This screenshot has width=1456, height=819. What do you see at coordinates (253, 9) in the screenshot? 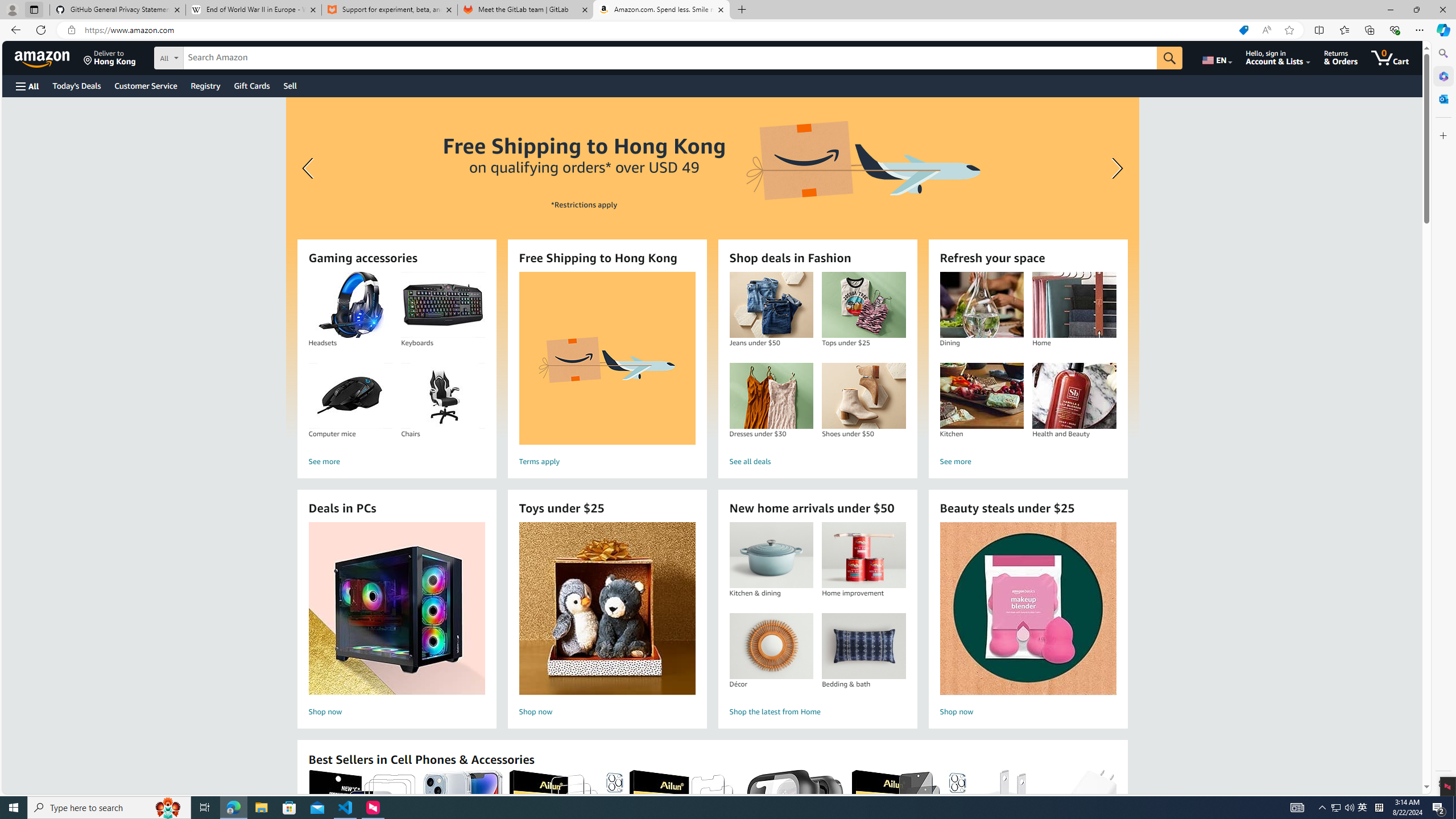
I see `'End of World War II in Europe - Wikipedia'` at bounding box center [253, 9].